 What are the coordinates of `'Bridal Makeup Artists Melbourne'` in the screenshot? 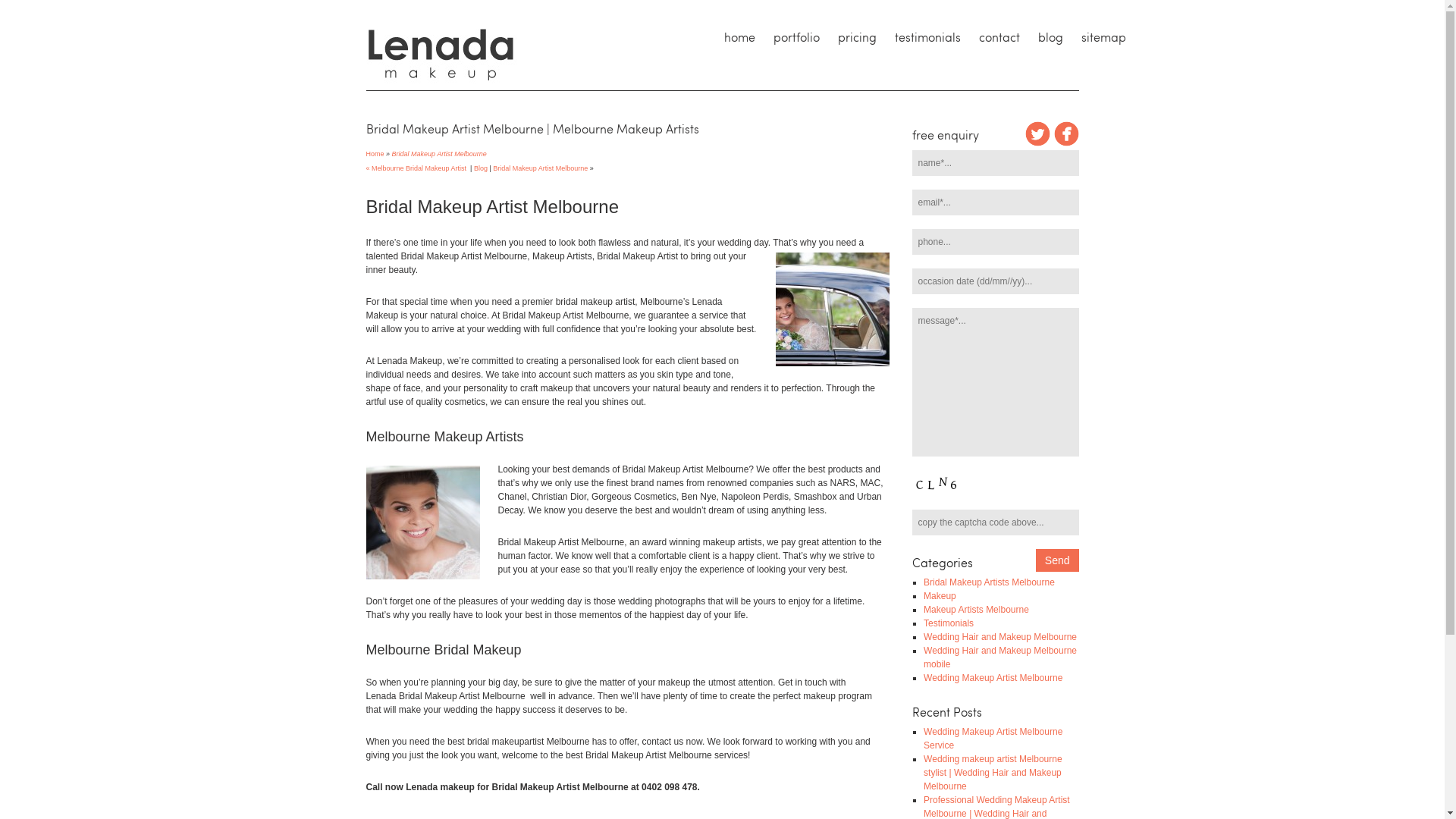 It's located at (989, 581).